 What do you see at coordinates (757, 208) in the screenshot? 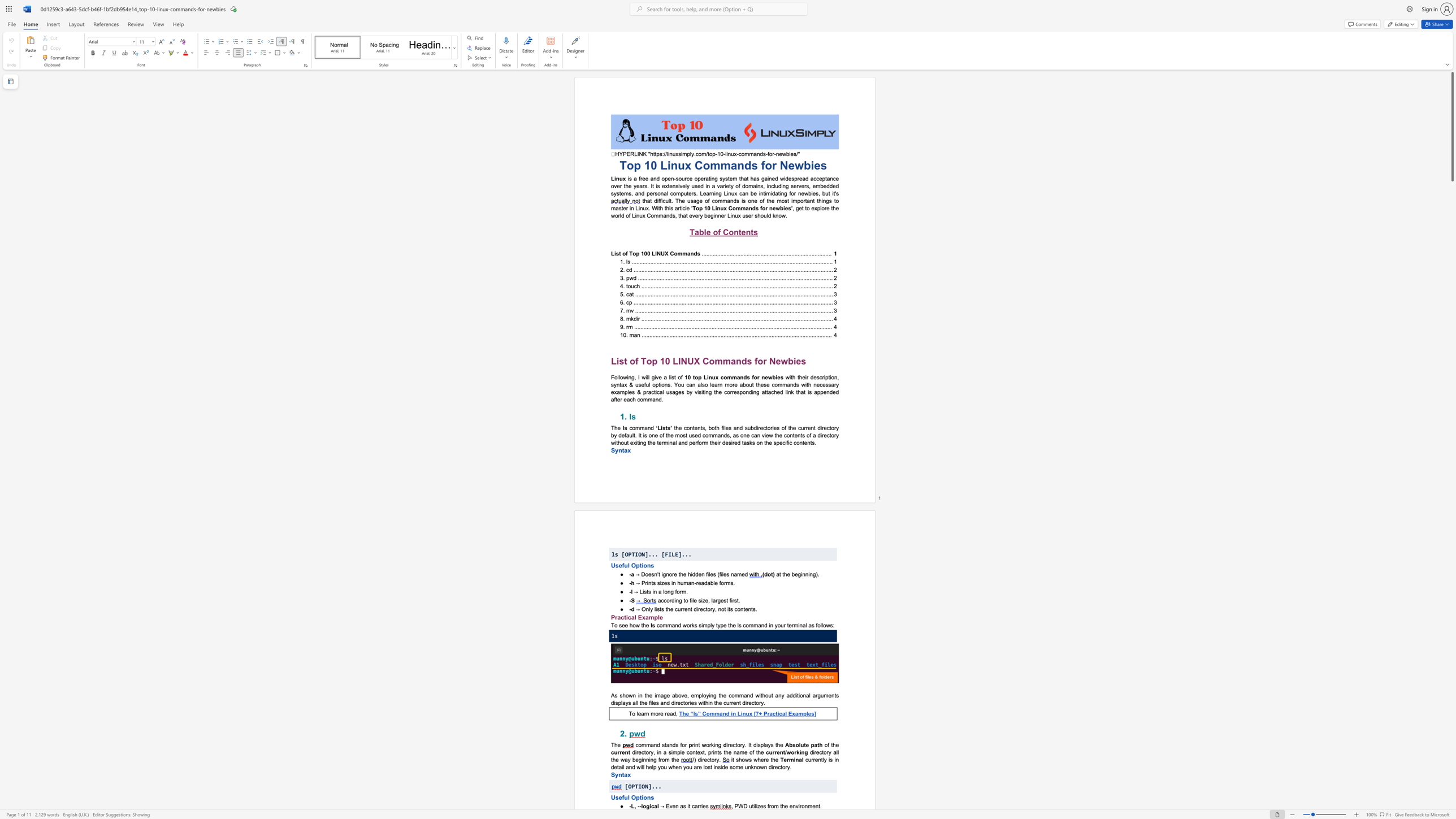
I see `the 1th character "s" in the text` at bounding box center [757, 208].